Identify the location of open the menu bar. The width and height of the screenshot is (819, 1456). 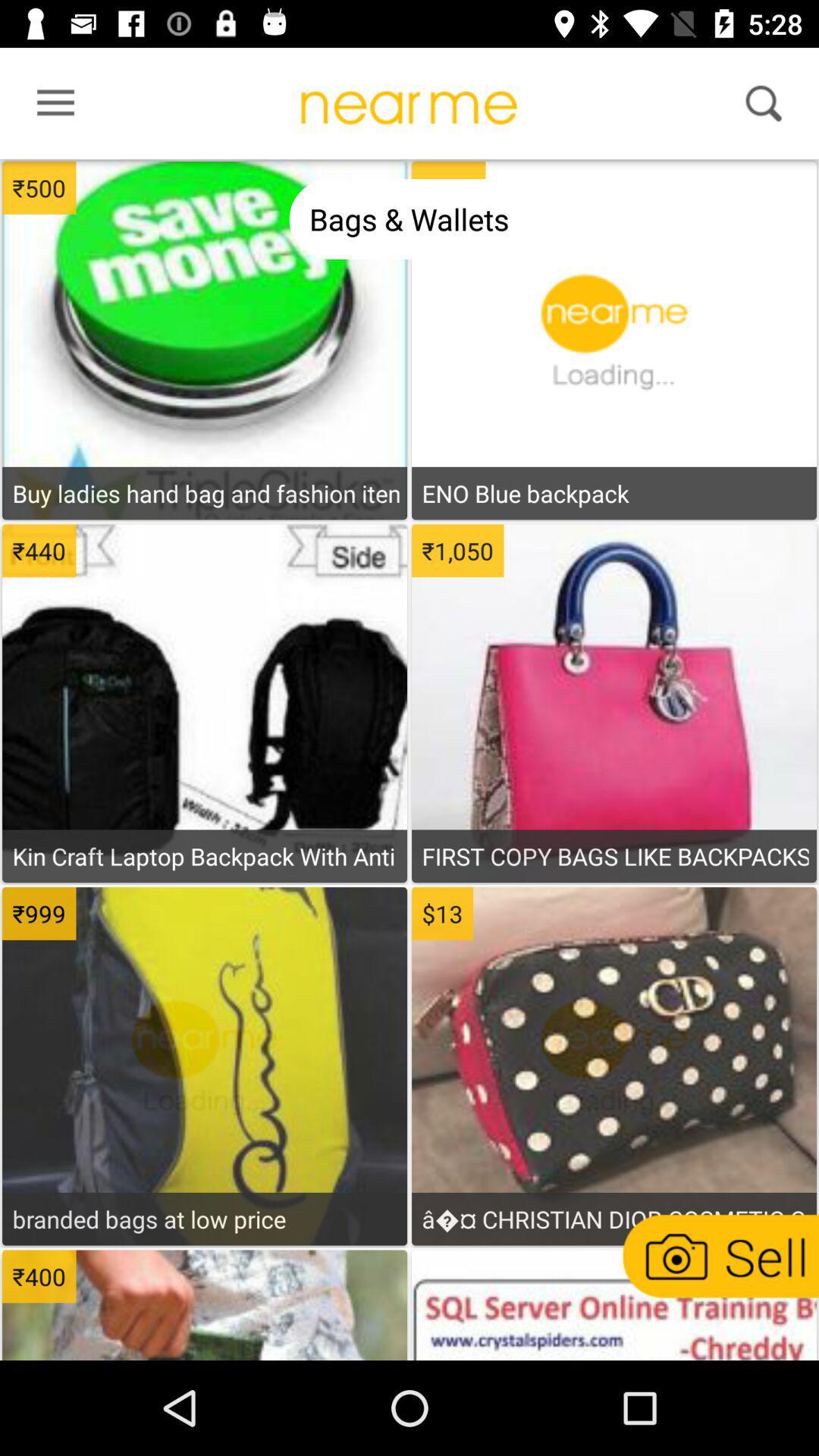
(50, 106).